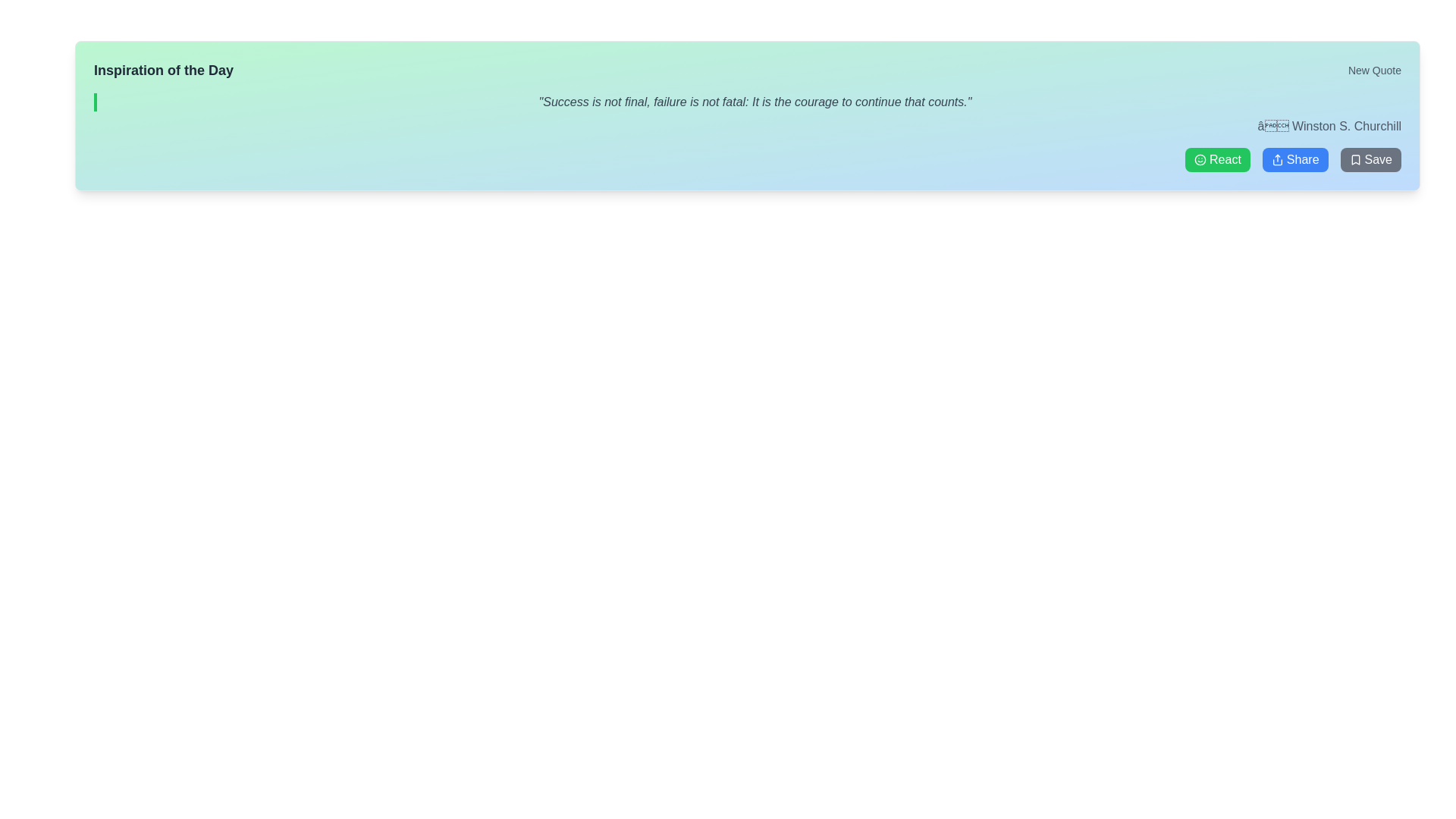 This screenshot has width=1456, height=819. Describe the element at coordinates (1355, 160) in the screenshot. I see `the bookmark icon, which is a minimalistic upside-down flag shape located in the top-right section of the interface near 'Winston S. Churchill'` at that location.